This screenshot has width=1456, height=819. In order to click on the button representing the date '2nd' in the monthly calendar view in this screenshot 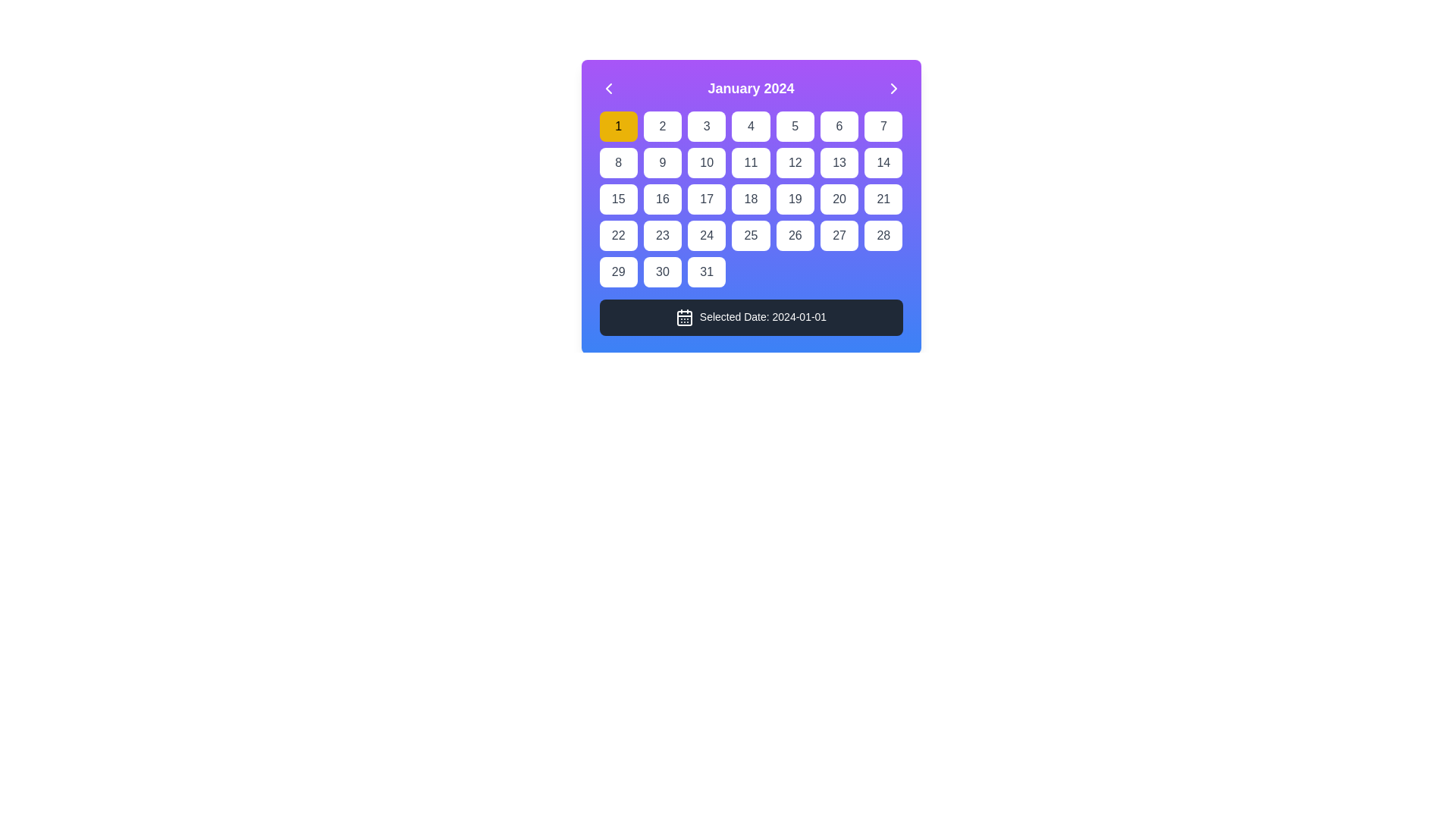, I will do `click(662, 125)`.